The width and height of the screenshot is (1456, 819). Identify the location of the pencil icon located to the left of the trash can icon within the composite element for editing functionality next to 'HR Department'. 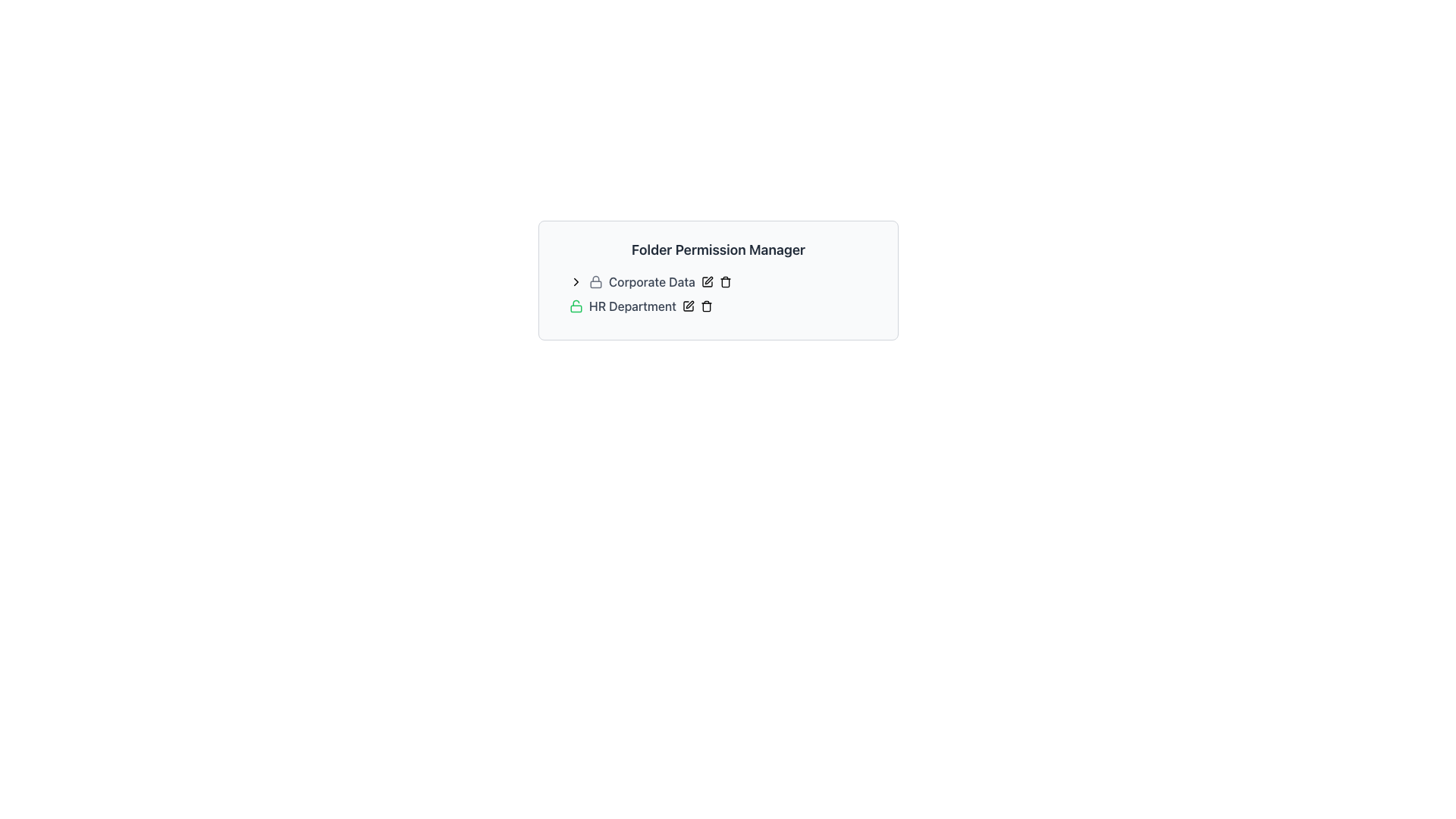
(696, 306).